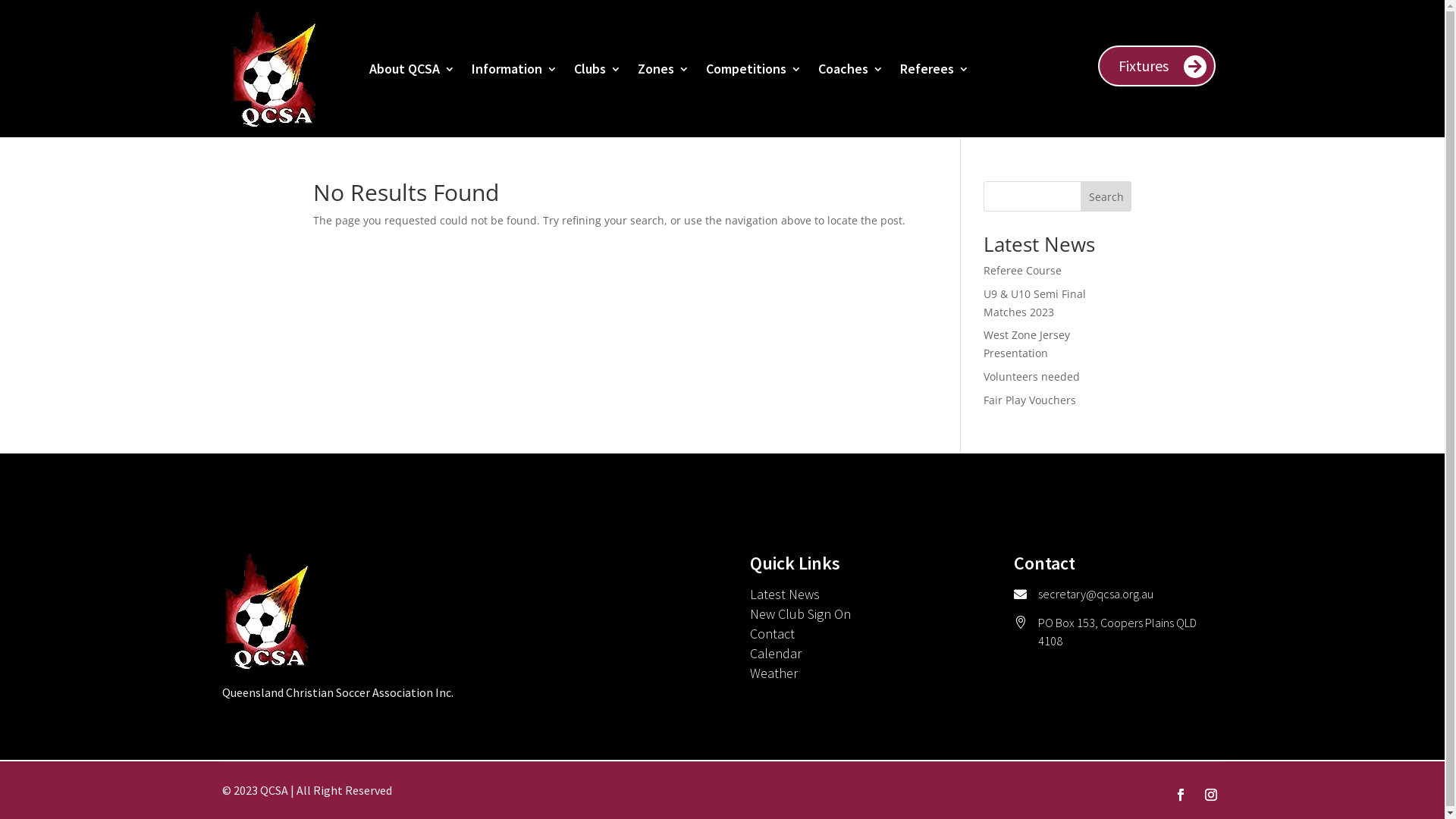 The height and width of the screenshot is (819, 1456). I want to click on 'Calendar', so click(775, 652).